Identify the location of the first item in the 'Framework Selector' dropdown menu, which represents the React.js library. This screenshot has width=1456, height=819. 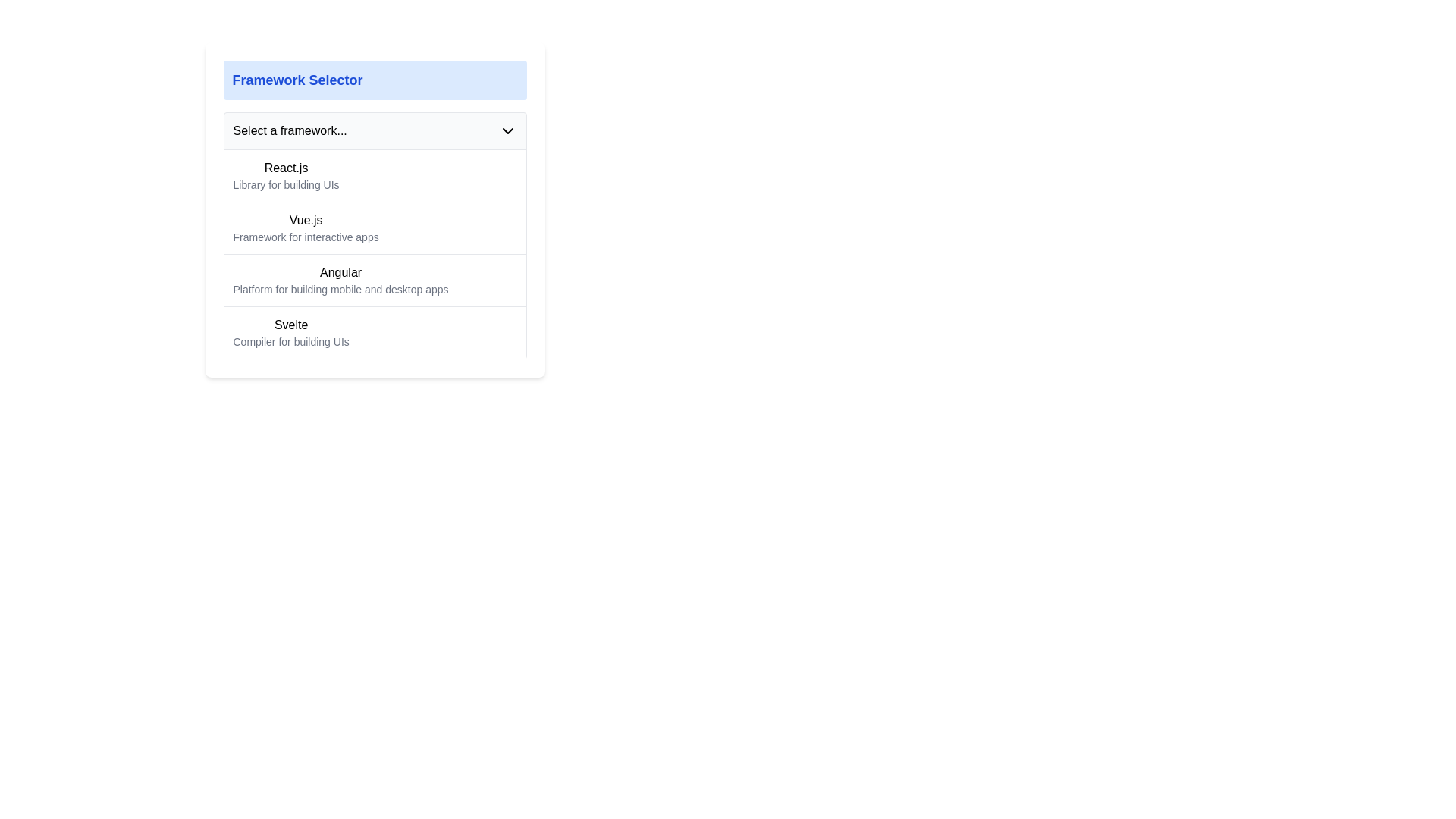
(286, 174).